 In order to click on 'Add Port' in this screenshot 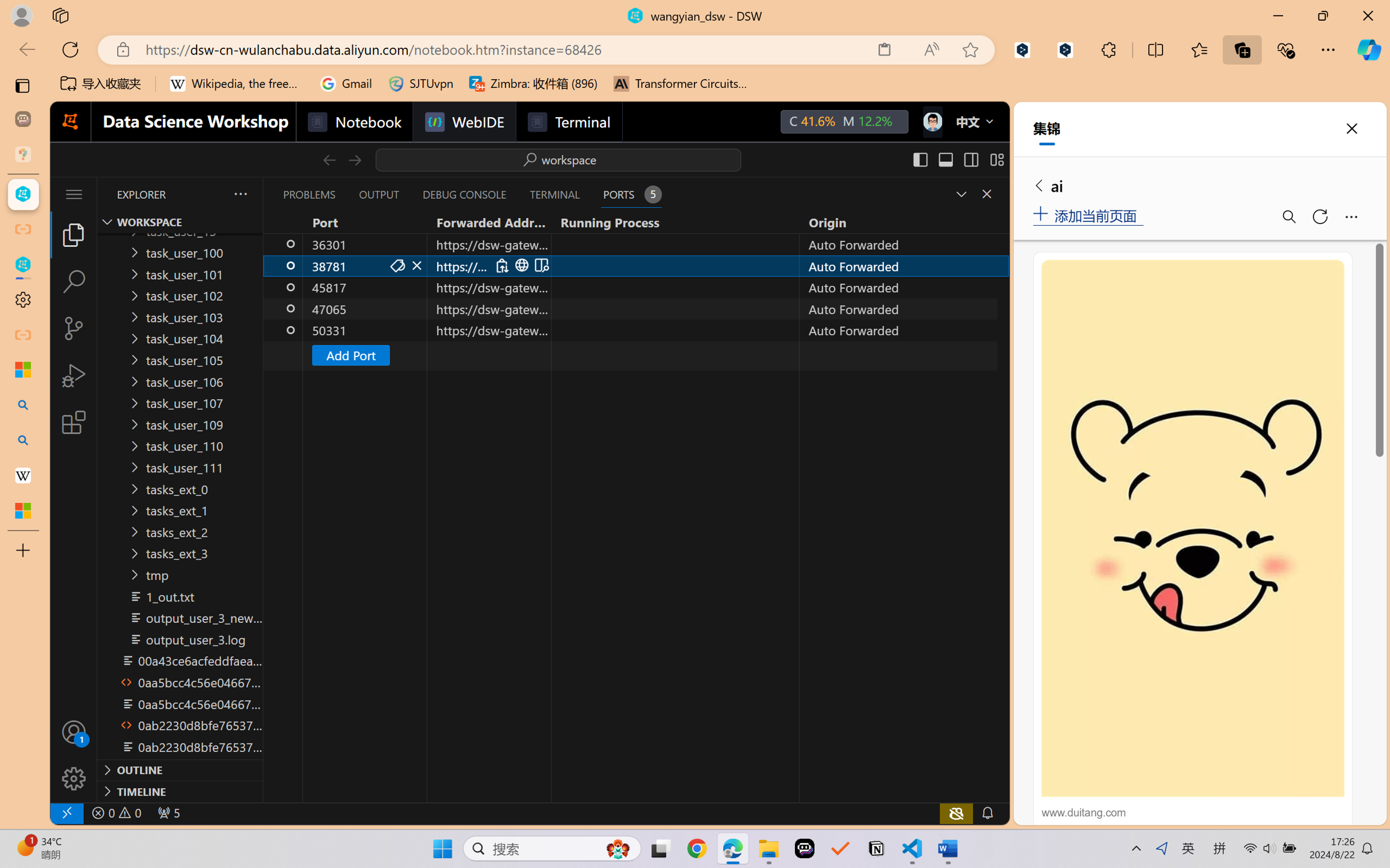, I will do `click(350, 355)`.